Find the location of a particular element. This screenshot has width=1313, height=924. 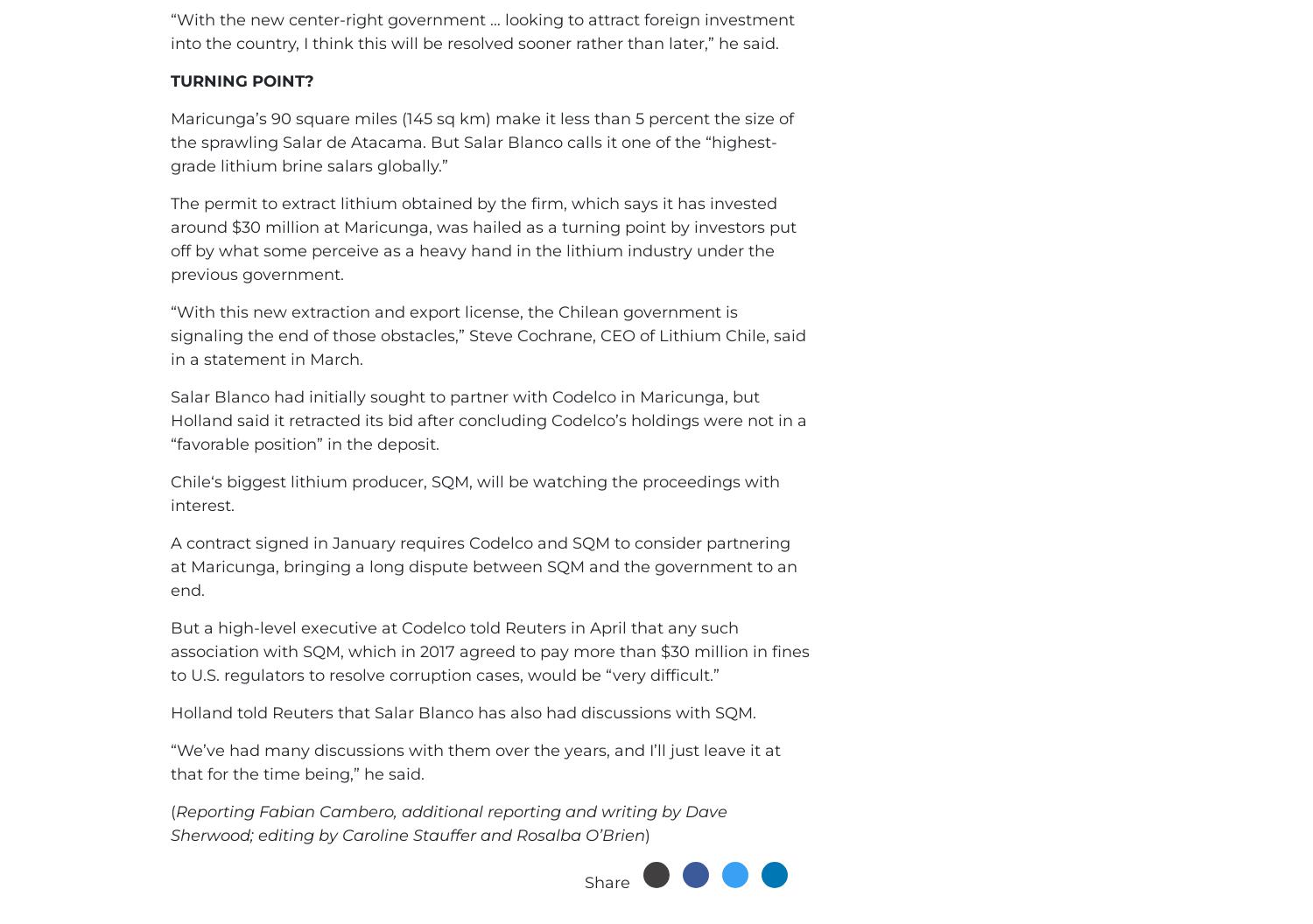

'“We’ve had many discussions with them over the years, and I’ll just leave it at that for the time being,” he said.' is located at coordinates (475, 761).